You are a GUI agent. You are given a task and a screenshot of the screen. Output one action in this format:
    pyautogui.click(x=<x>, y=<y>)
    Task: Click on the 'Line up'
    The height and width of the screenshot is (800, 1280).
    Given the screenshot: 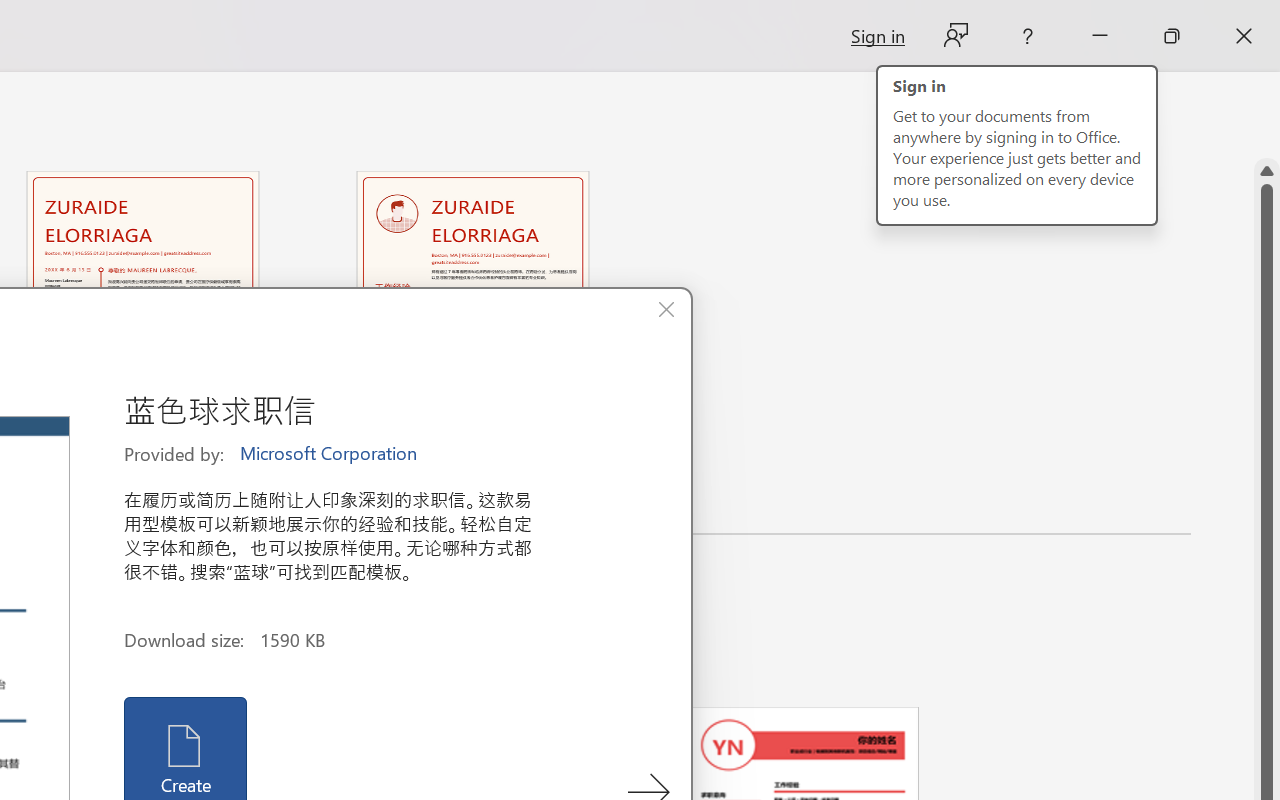 What is the action you would take?
    pyautogui.click(x=1266, y=170)
    